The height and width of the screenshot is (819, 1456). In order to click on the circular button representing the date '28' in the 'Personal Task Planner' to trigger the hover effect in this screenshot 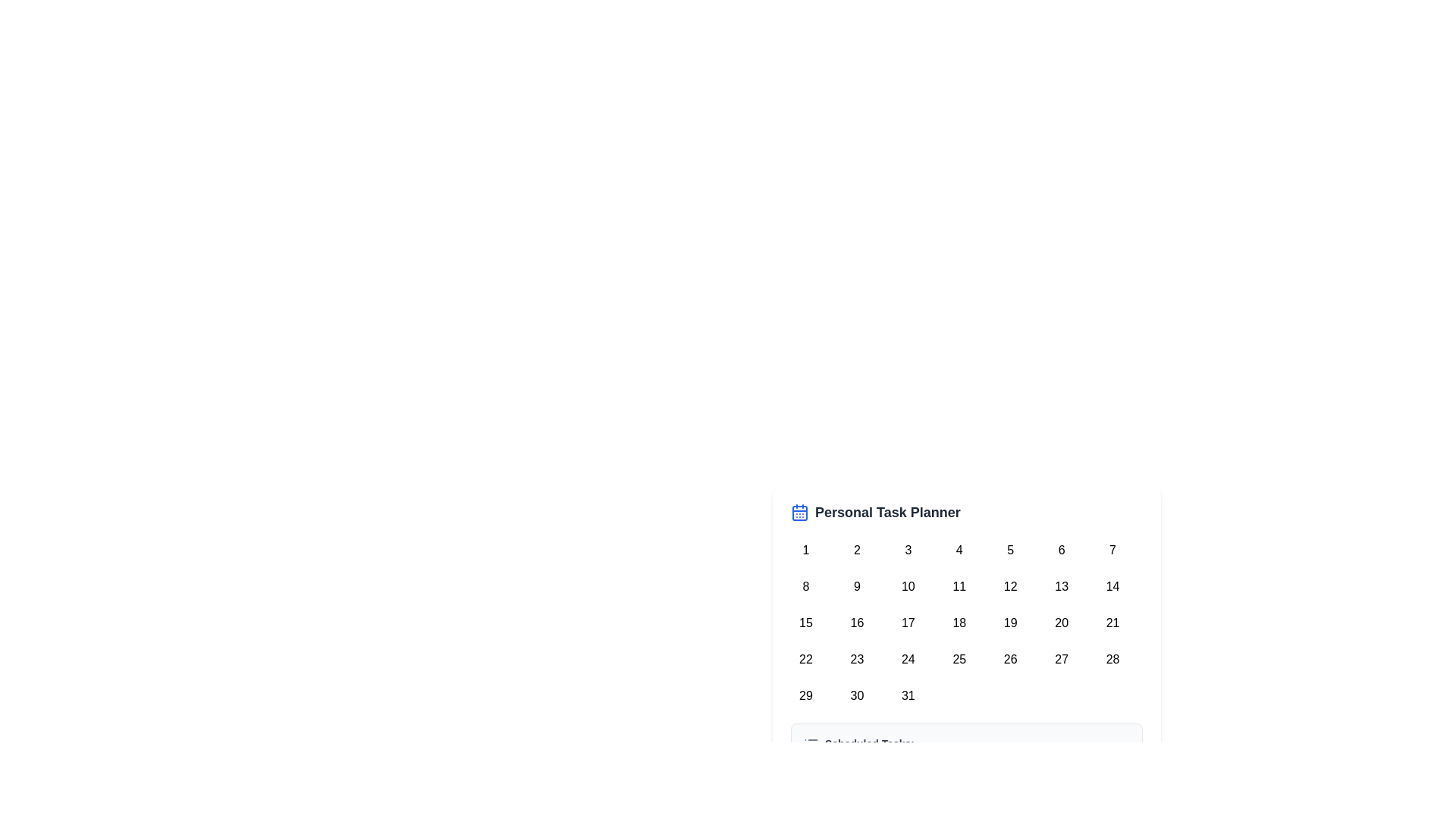, I will do `click(1112, 659)`.